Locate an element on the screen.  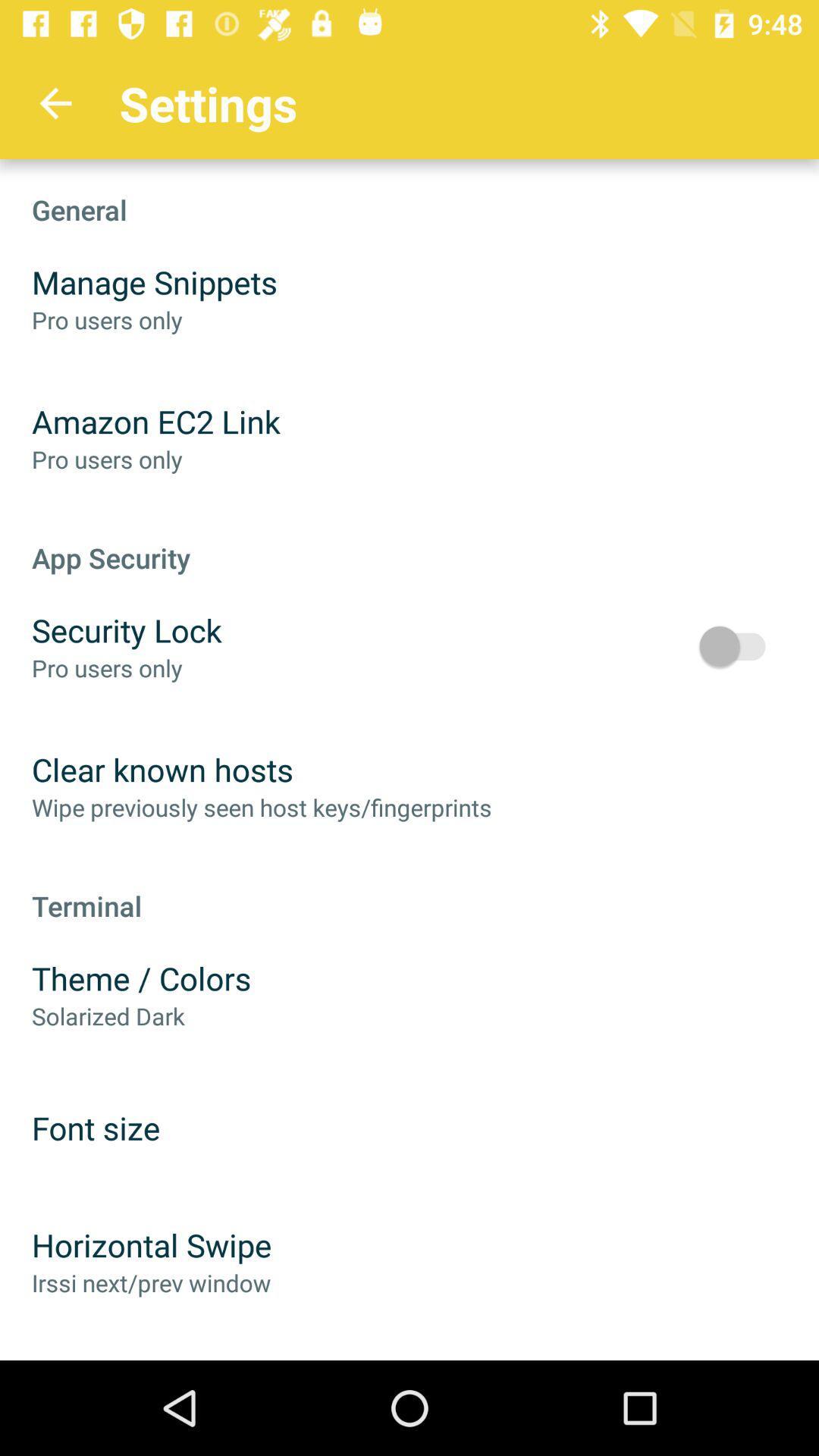
icon above solarized dark is located at coordinates (141, 978).